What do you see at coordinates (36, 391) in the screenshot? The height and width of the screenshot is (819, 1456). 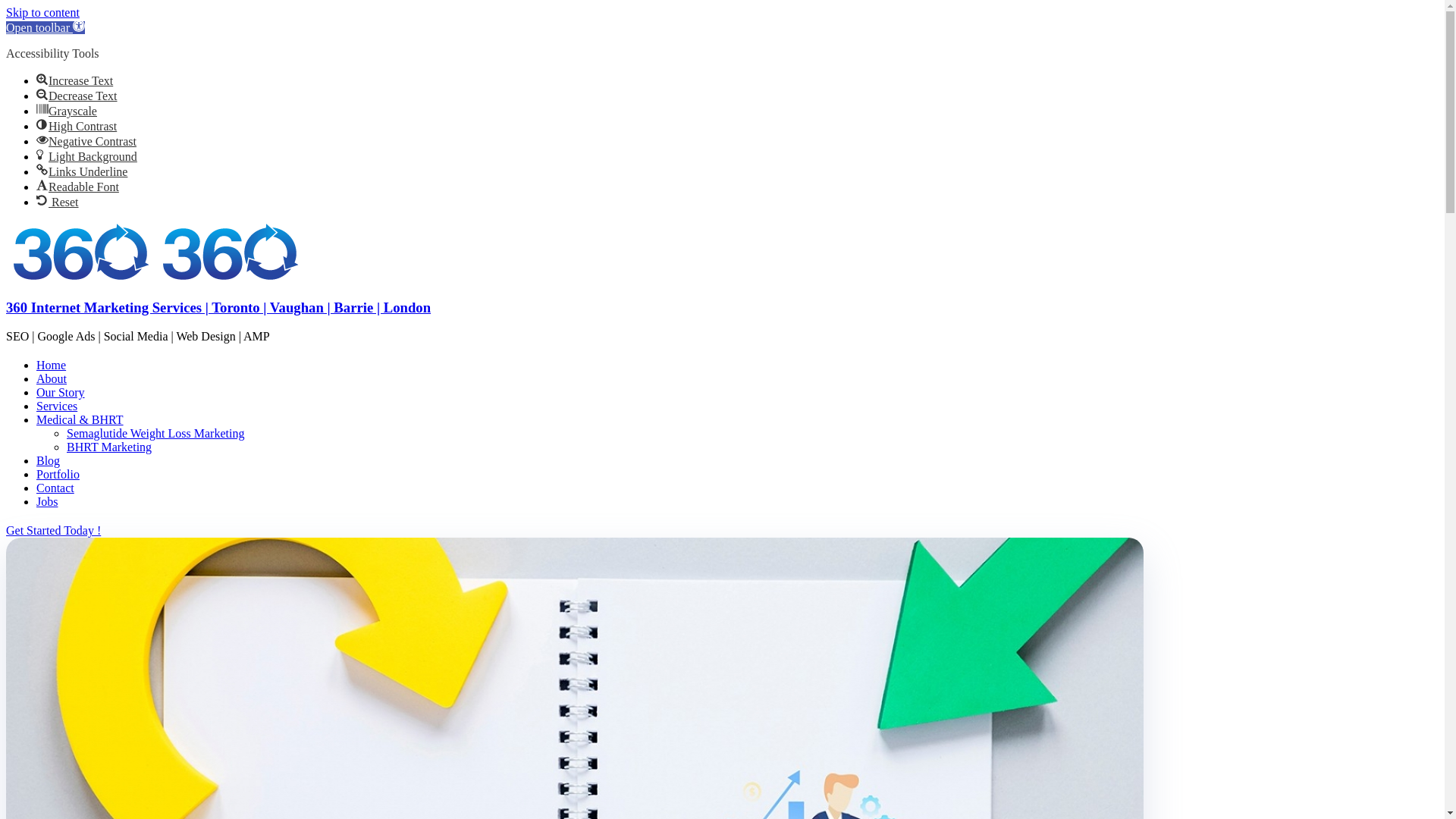 I see `'Our Story'` at bounding box center [36, 391].